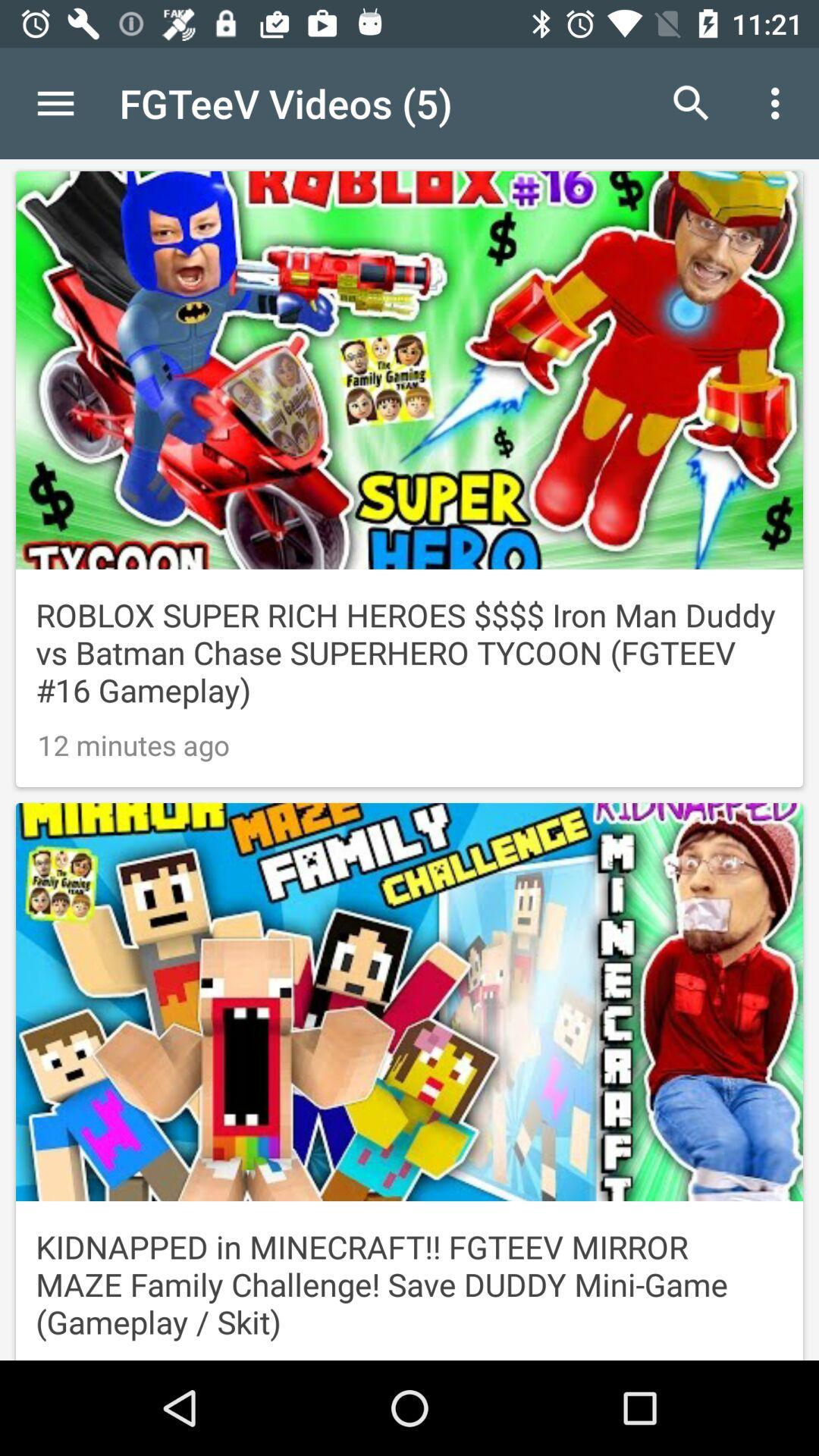  What do you see at coordinates (691, 102) in the screenshot?
I see `the icon to the right of the fgteev videos (5) app` at bounding box center [691, 102].